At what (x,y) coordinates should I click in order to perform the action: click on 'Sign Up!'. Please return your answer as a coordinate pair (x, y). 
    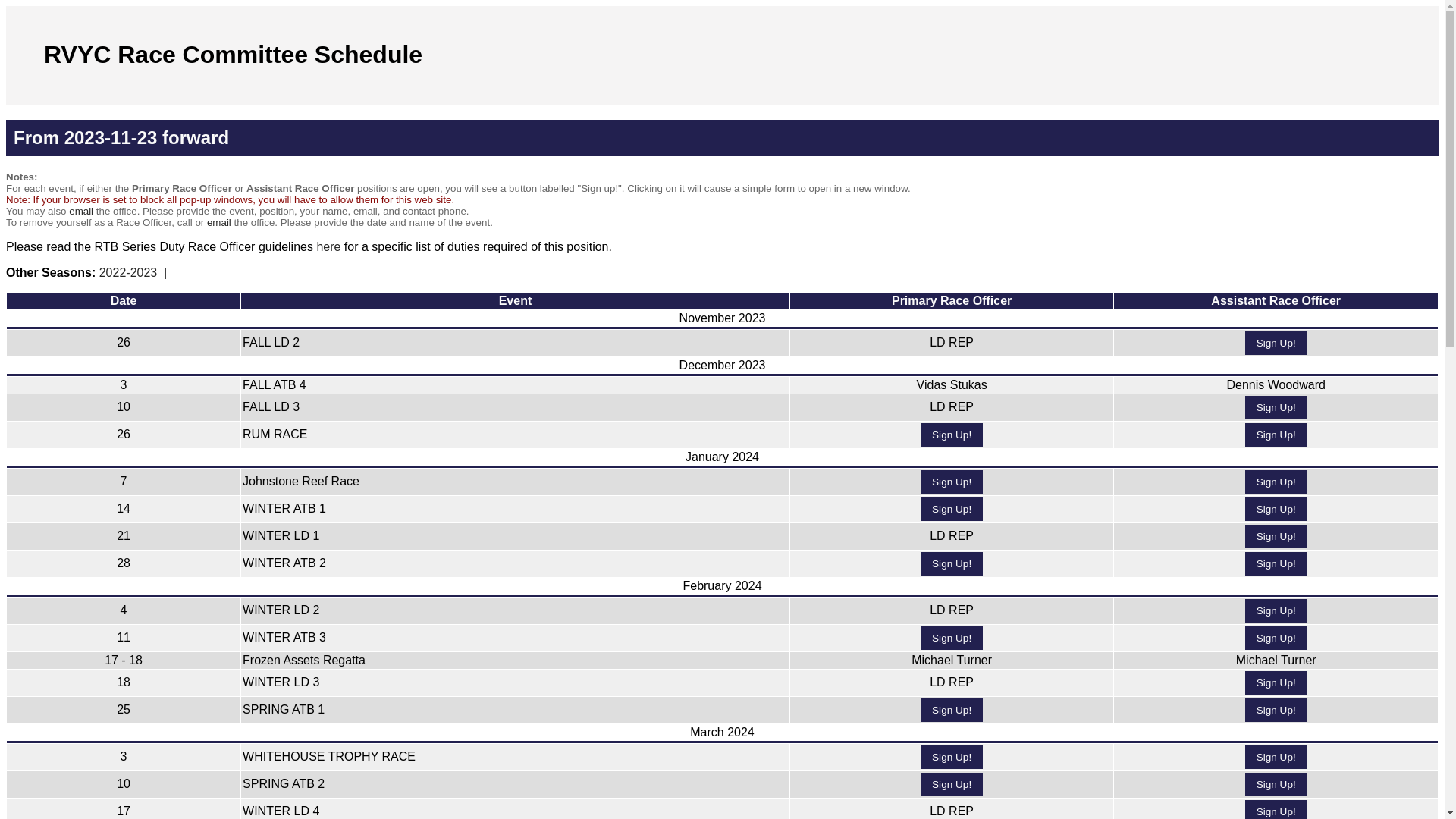
    Looking at the image, I should click on (1244, 682).